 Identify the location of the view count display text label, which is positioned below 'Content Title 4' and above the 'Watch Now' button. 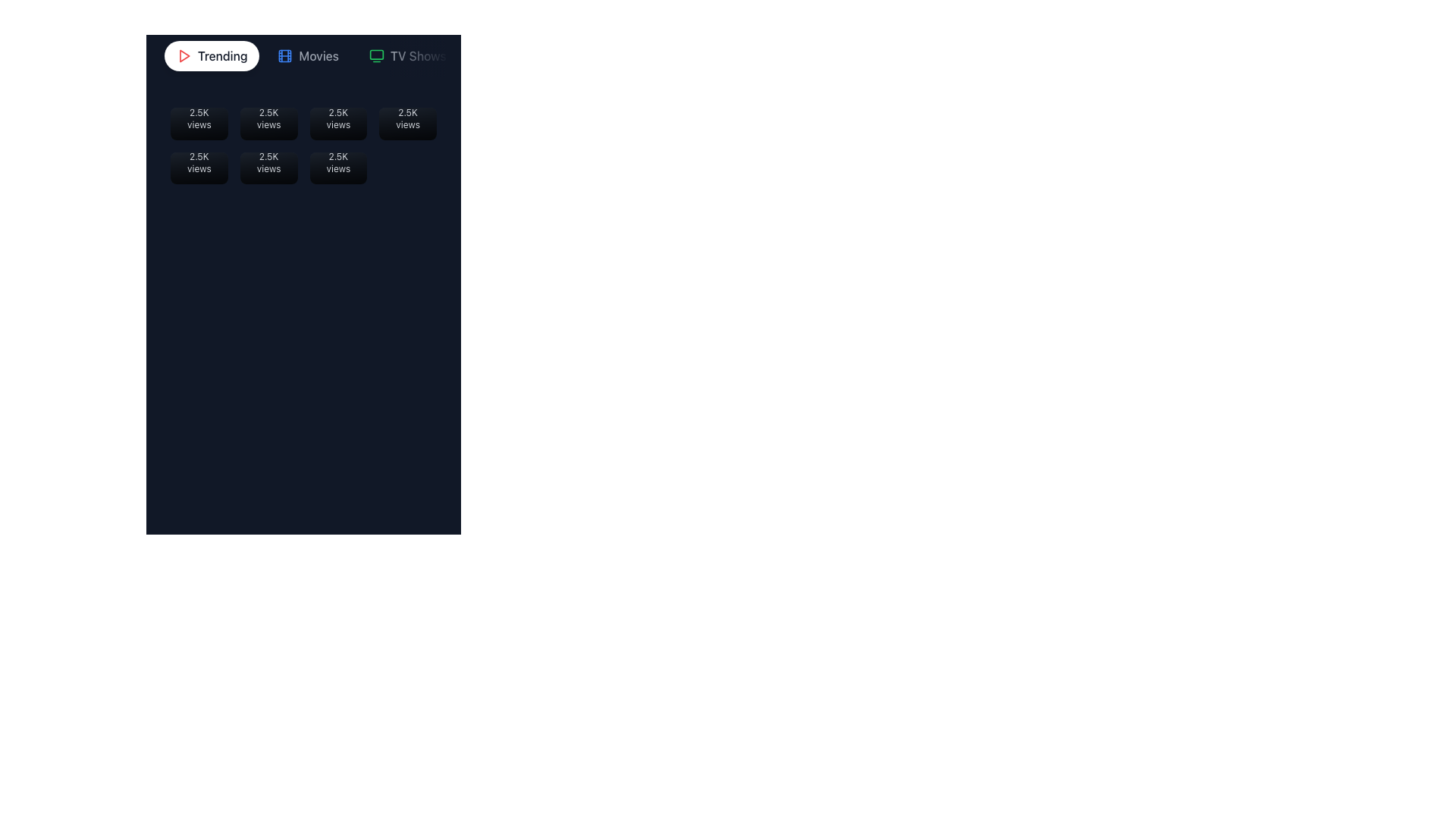
(408, 110).